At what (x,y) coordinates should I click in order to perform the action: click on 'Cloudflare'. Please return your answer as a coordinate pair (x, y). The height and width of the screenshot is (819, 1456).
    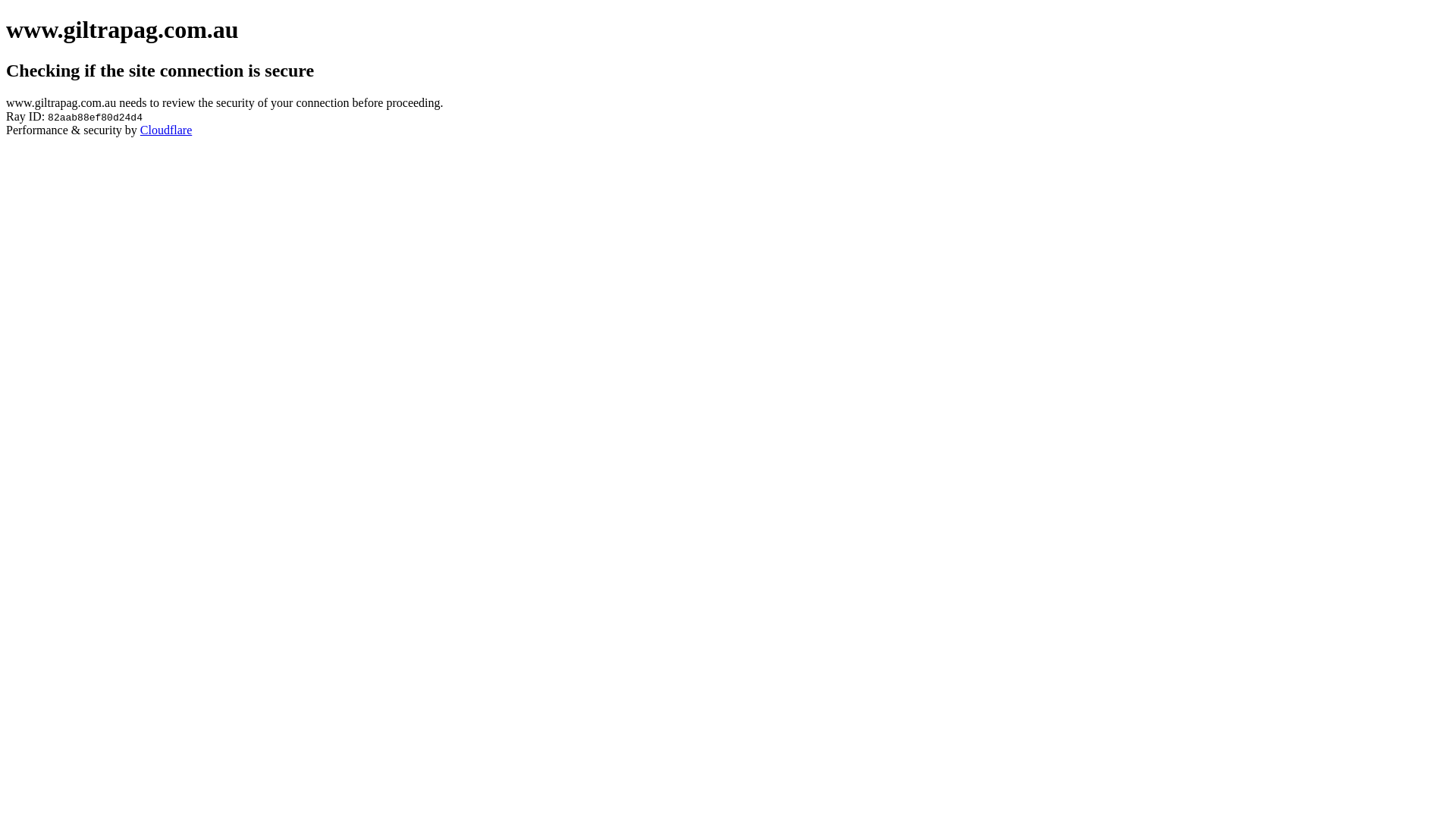
    Looking at the image, I should click on (166, 129).